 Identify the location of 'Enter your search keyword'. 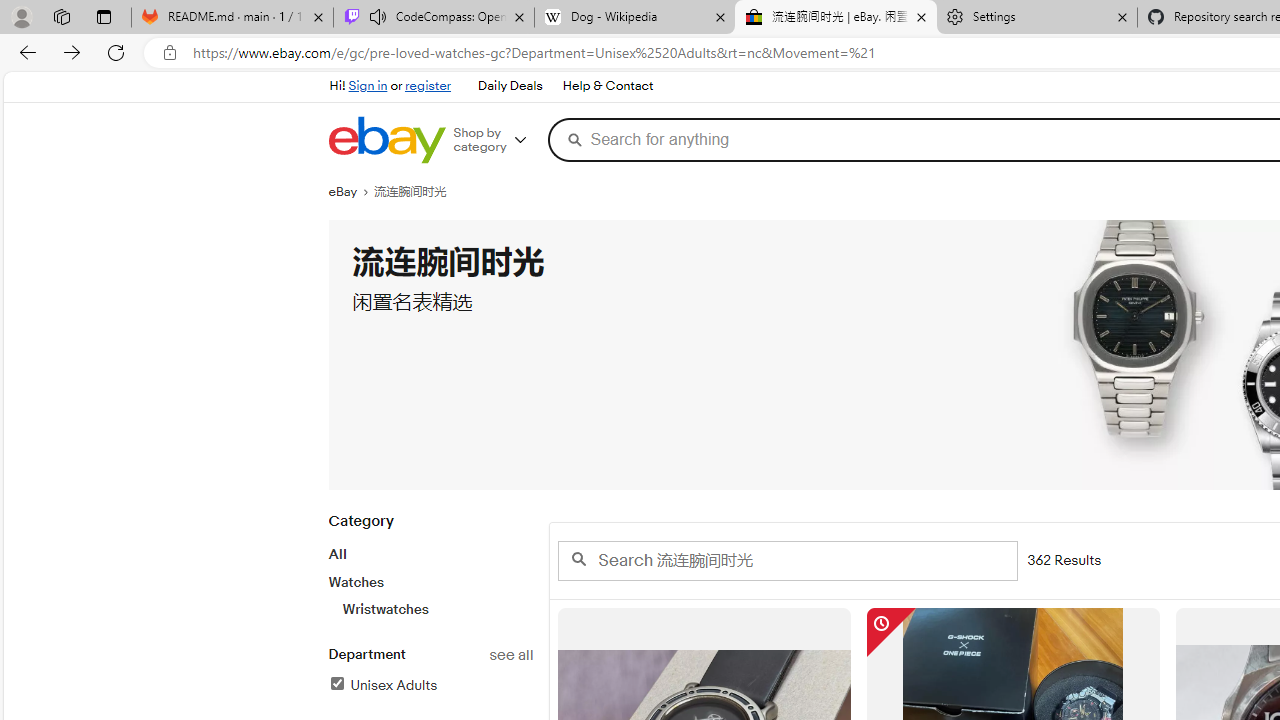
(786, 560).